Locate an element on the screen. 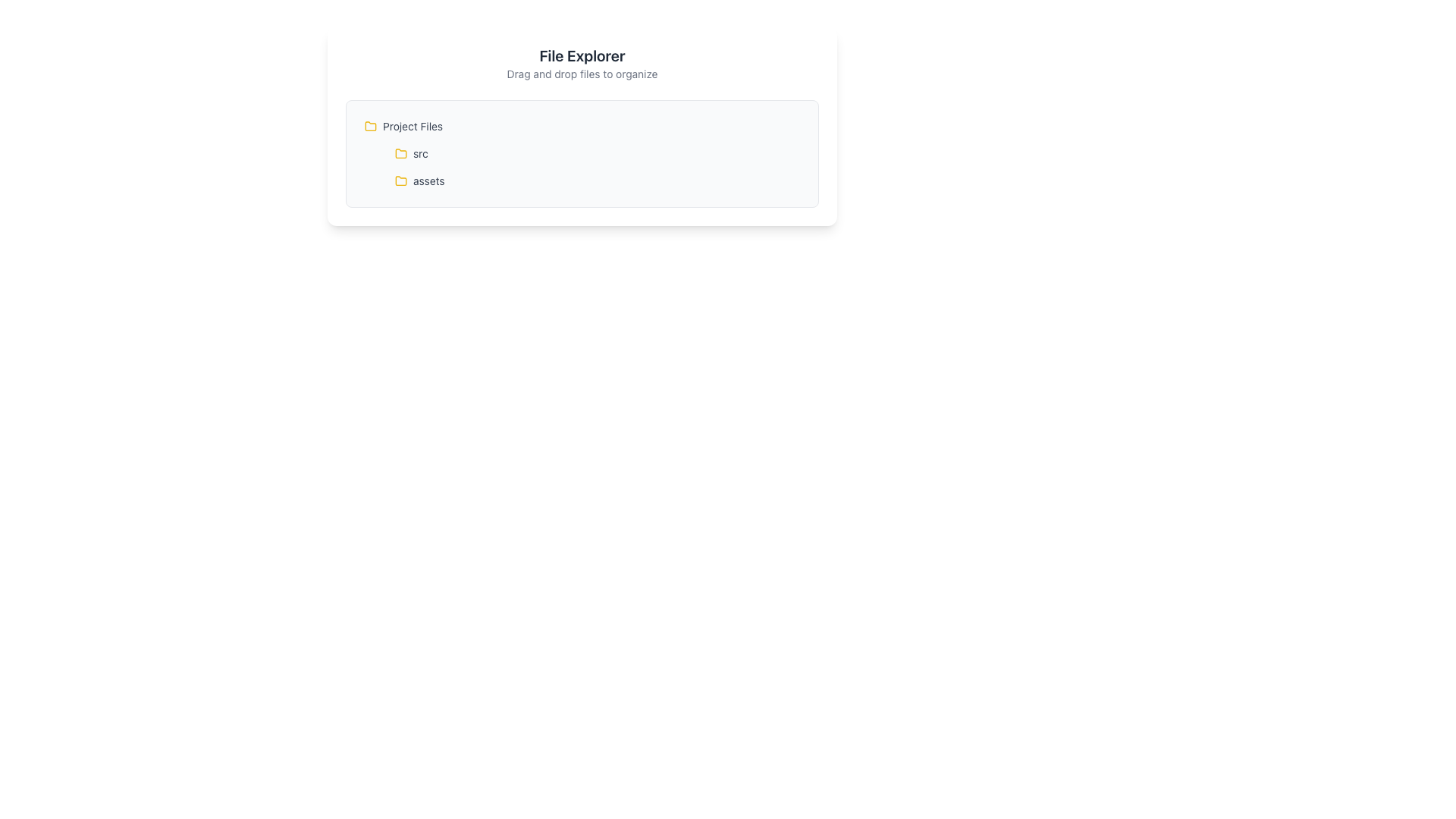 The image size is (1456, 819). the small yellow folder icon located at the leftmost part of the entry labeled 'src' in the 'Project Files' section of the file explorer is located at coordinates (400, 154).